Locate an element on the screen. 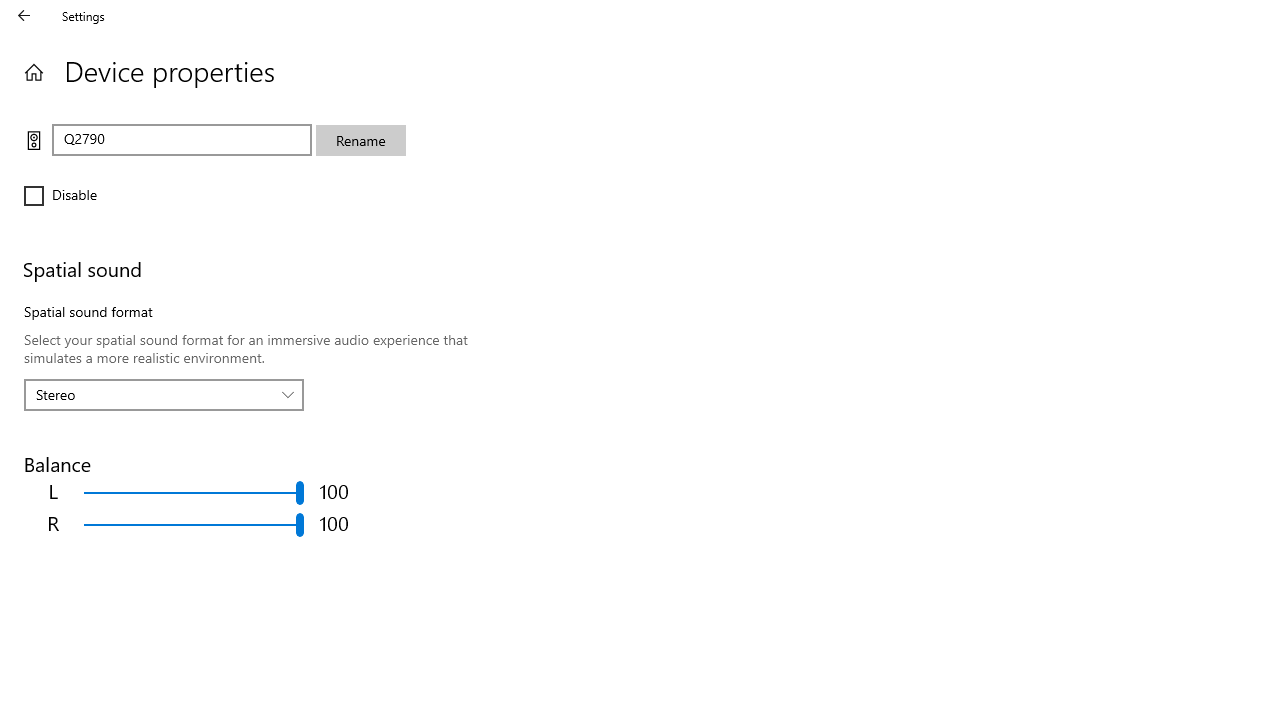  'Adjust right audio balance' is located at coordinates (194, 523).